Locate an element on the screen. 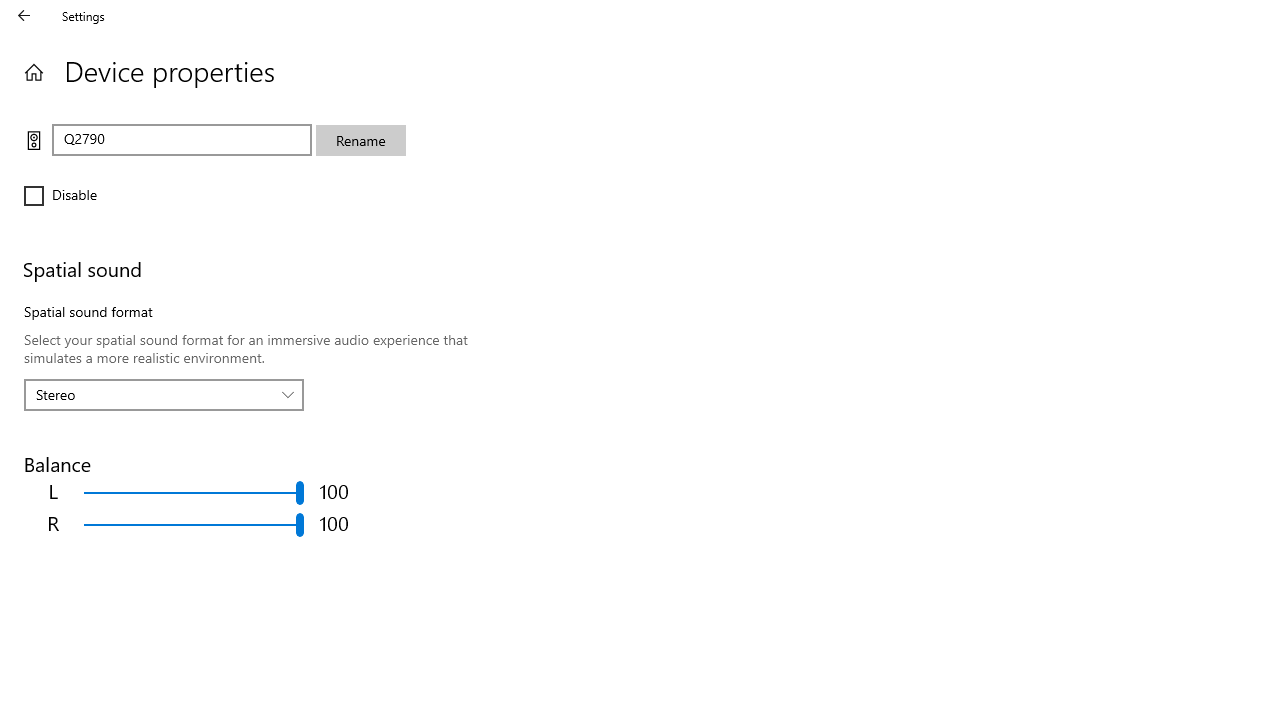  'Adjust right audio balance' is located at coordinates (194, 523).